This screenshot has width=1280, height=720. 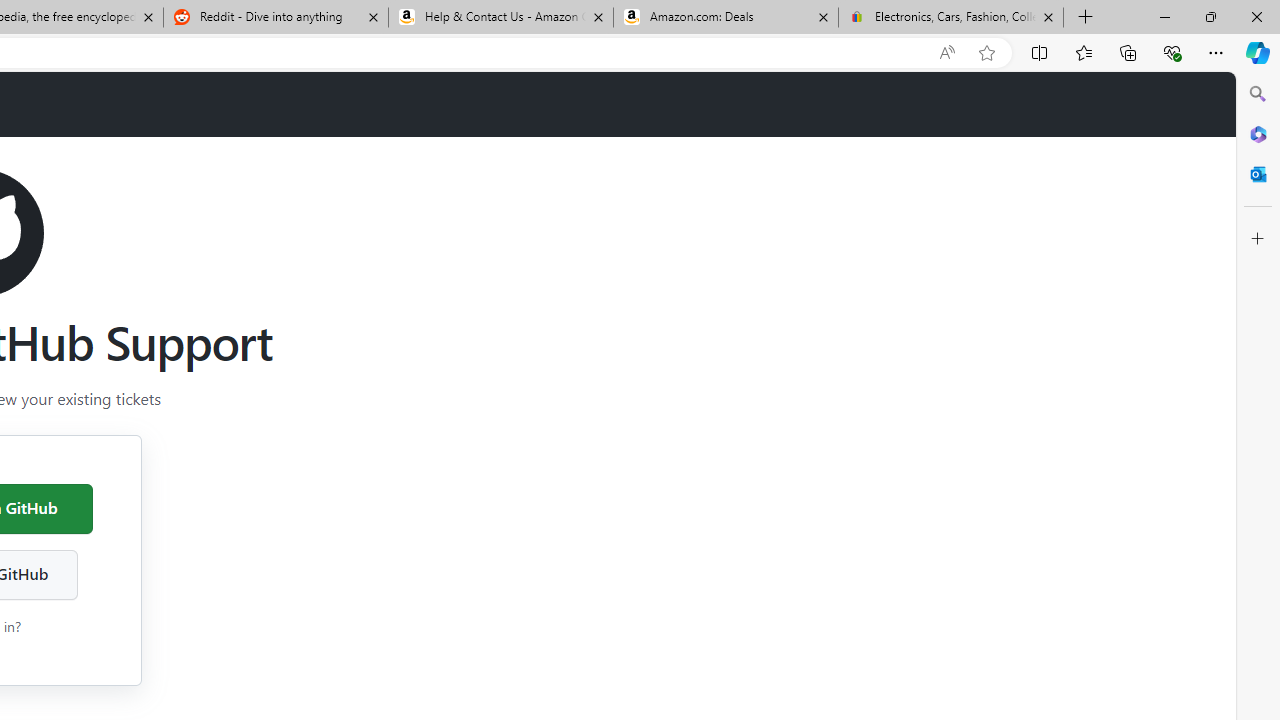 I want to click on 'Electronics, Cars, Fashion, Collectibles & More | eBay', so click(x=950, y=17).